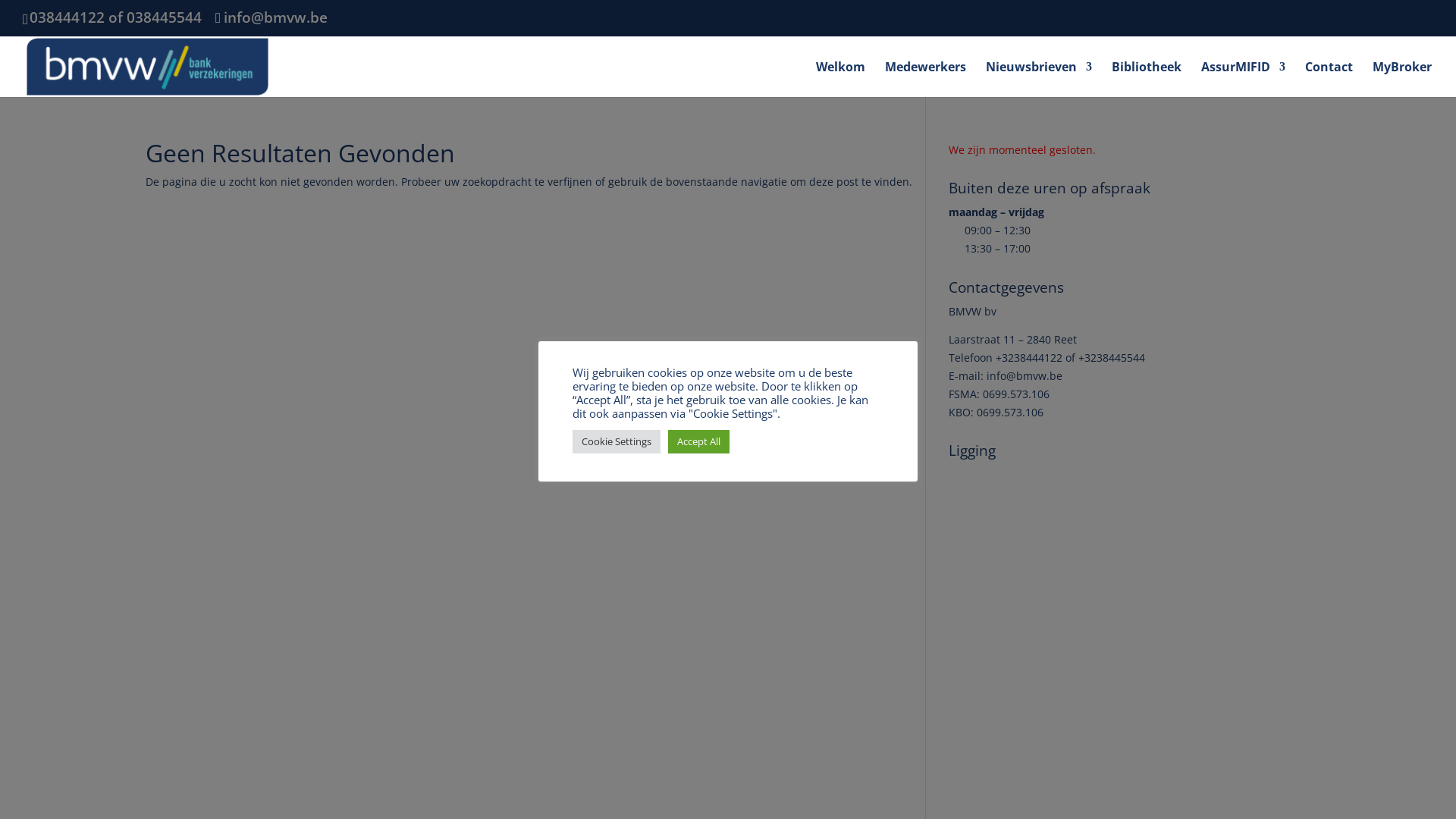  What do you see at coordinates (1328, 78) in the screenshot?
I see `'Contact'` at bounding box center [1328, 78].